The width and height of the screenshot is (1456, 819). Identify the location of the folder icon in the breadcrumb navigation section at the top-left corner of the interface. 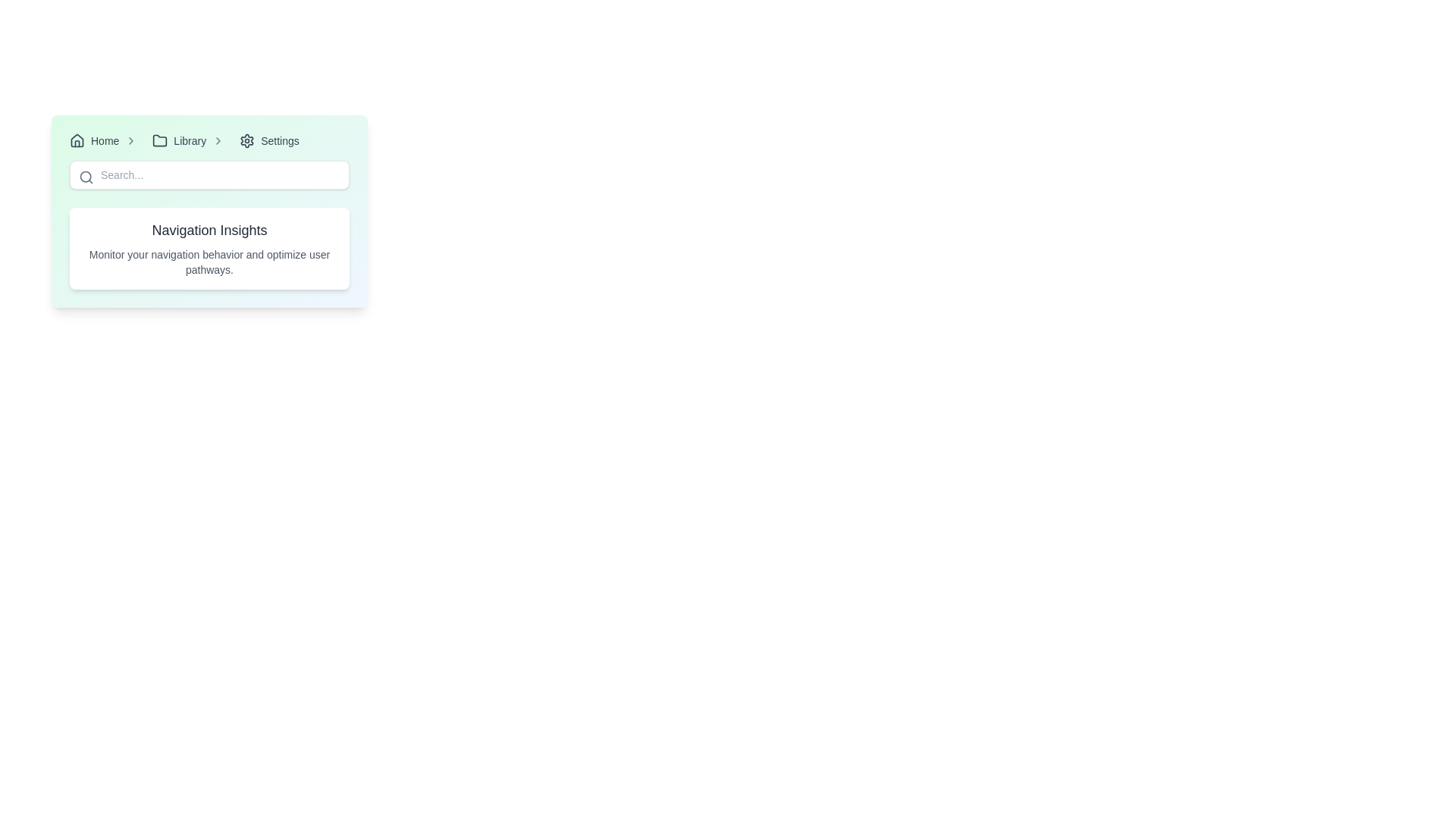
(160, 140).